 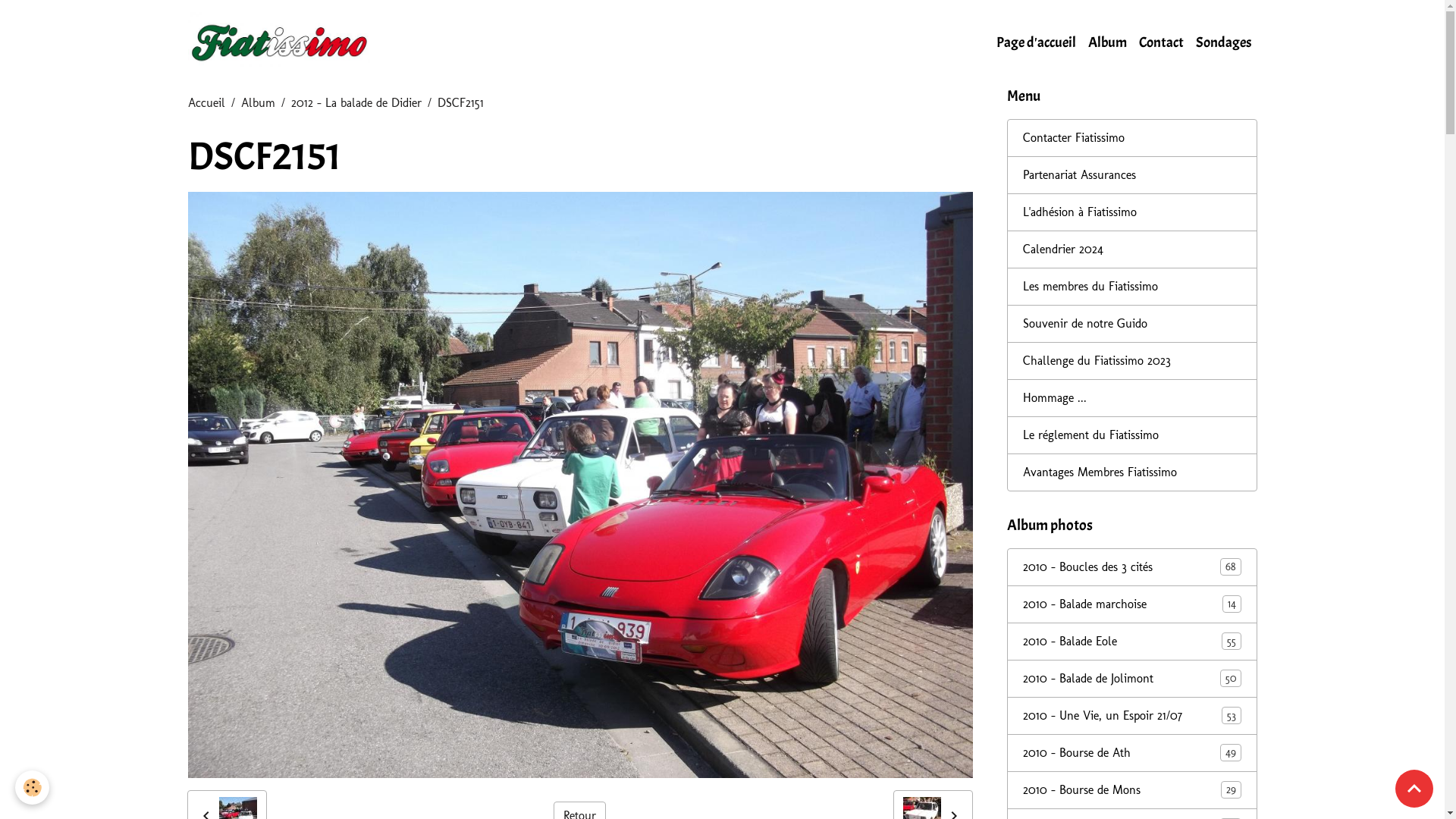 What do you see at coordinates (1131, 752) in the screenshot?
I see `'2010 - Bourse de Ath` at bounding box center [1131, 752].